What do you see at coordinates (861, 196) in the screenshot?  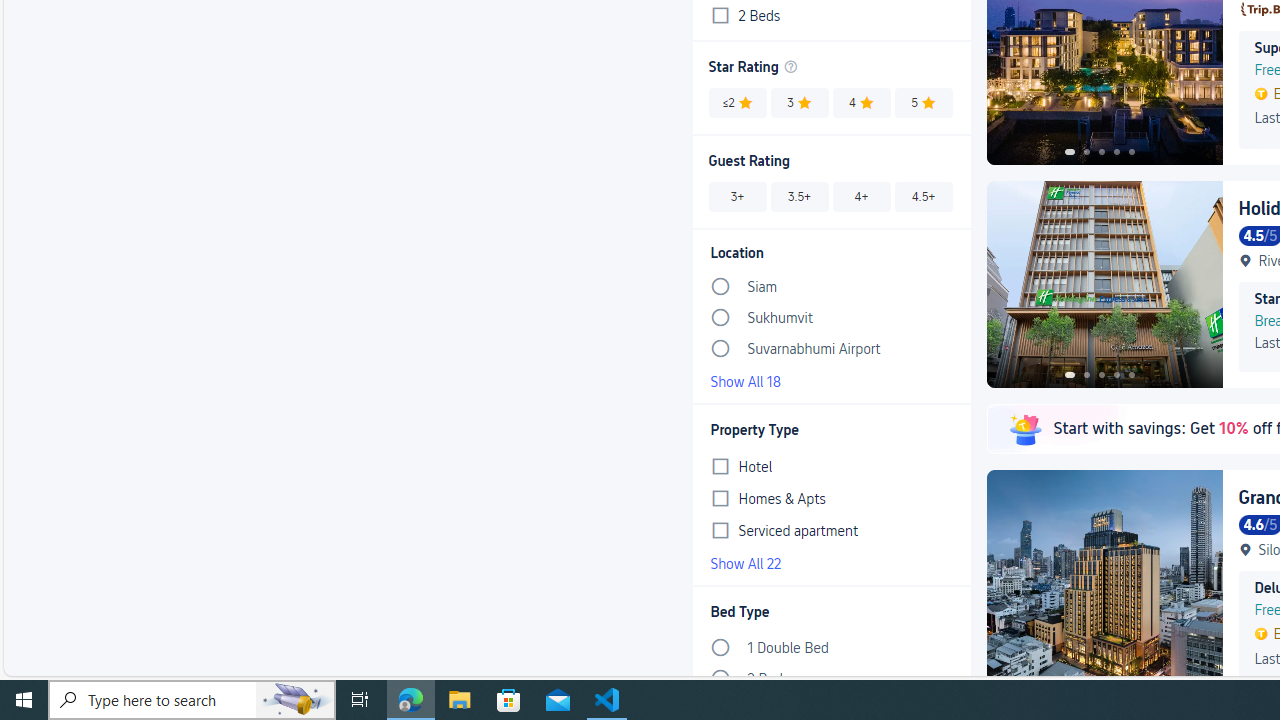 I see `'4+'` at bounding box center [861, 196].